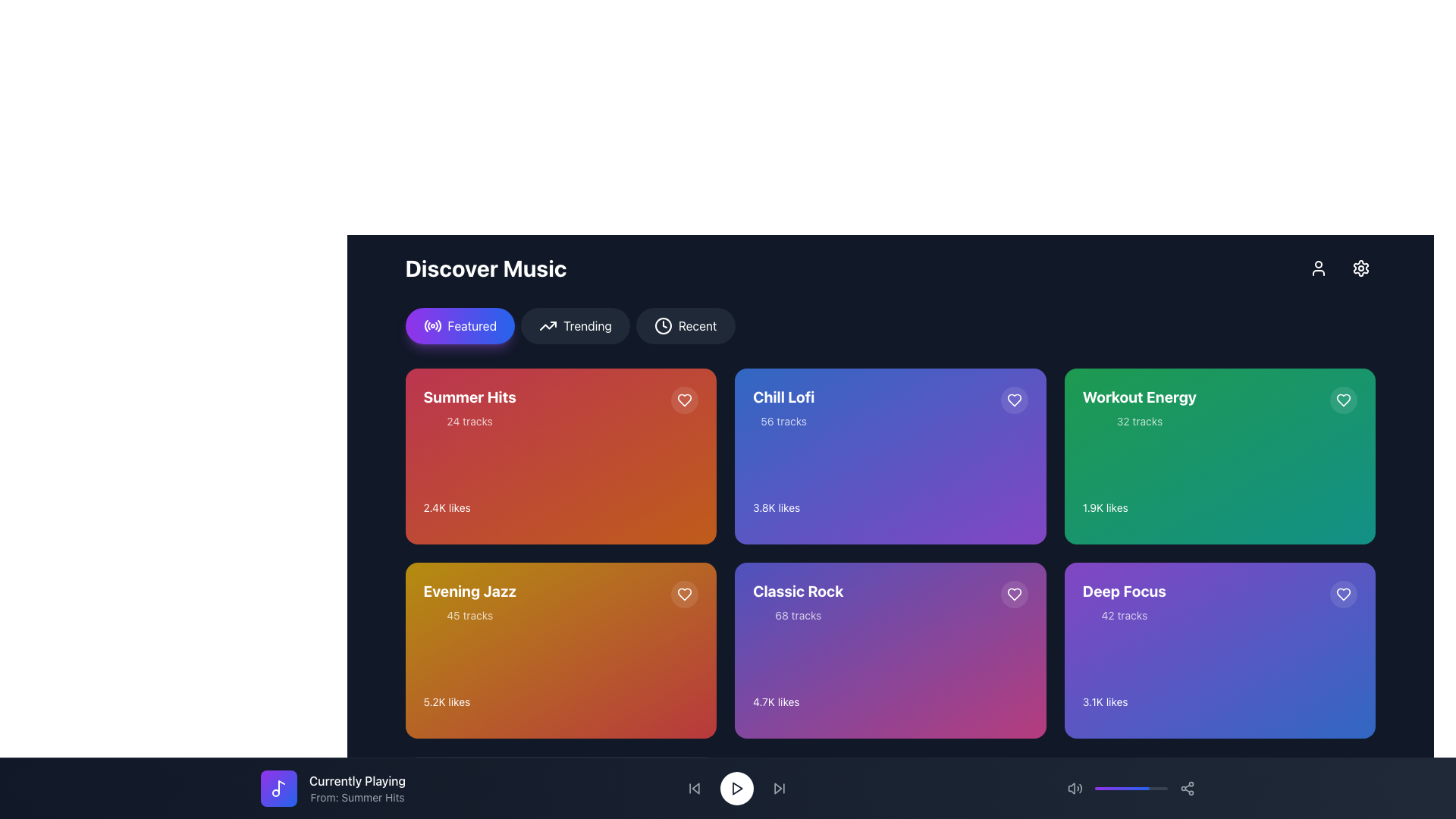 Image resolution: width=1456 pixels, height=819 pixels. What do you see at coordinates (797, 616) in the screenshot?
I see `the text label displaying '68 tracks' located under 'Classic Rock' within the gradient purple card in the 'Discover Music' grid layout` at bounding box center [797, 616].